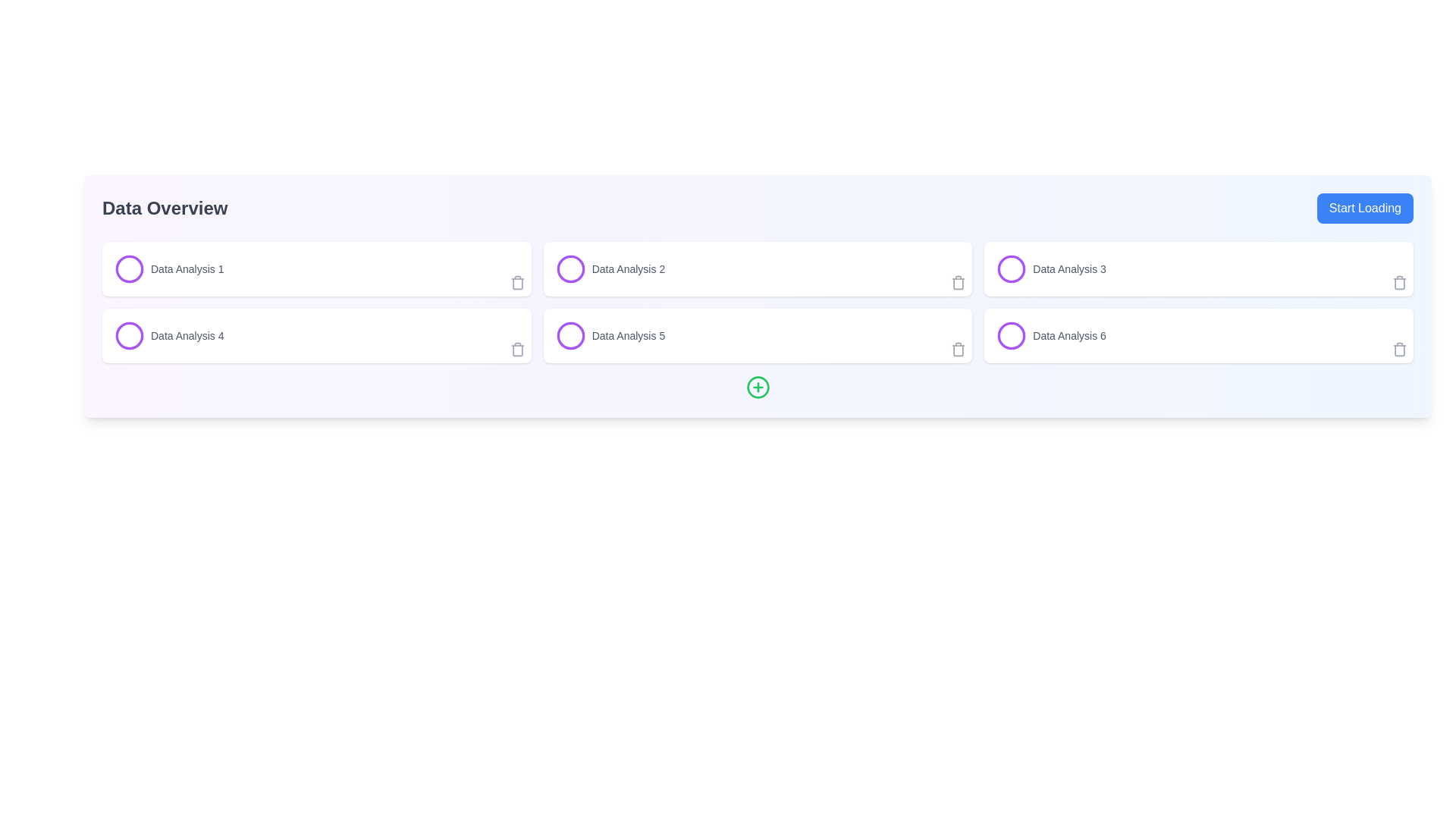 The width and height of the screenshot is (1456, 819). Describe the element at coordinates (1068, 335) in the screenshot. I see `the text label located in the lower-right section of the interface, which is the rightmost item in the second row of a grid, next to a circular icon with a purple outline` at that location.